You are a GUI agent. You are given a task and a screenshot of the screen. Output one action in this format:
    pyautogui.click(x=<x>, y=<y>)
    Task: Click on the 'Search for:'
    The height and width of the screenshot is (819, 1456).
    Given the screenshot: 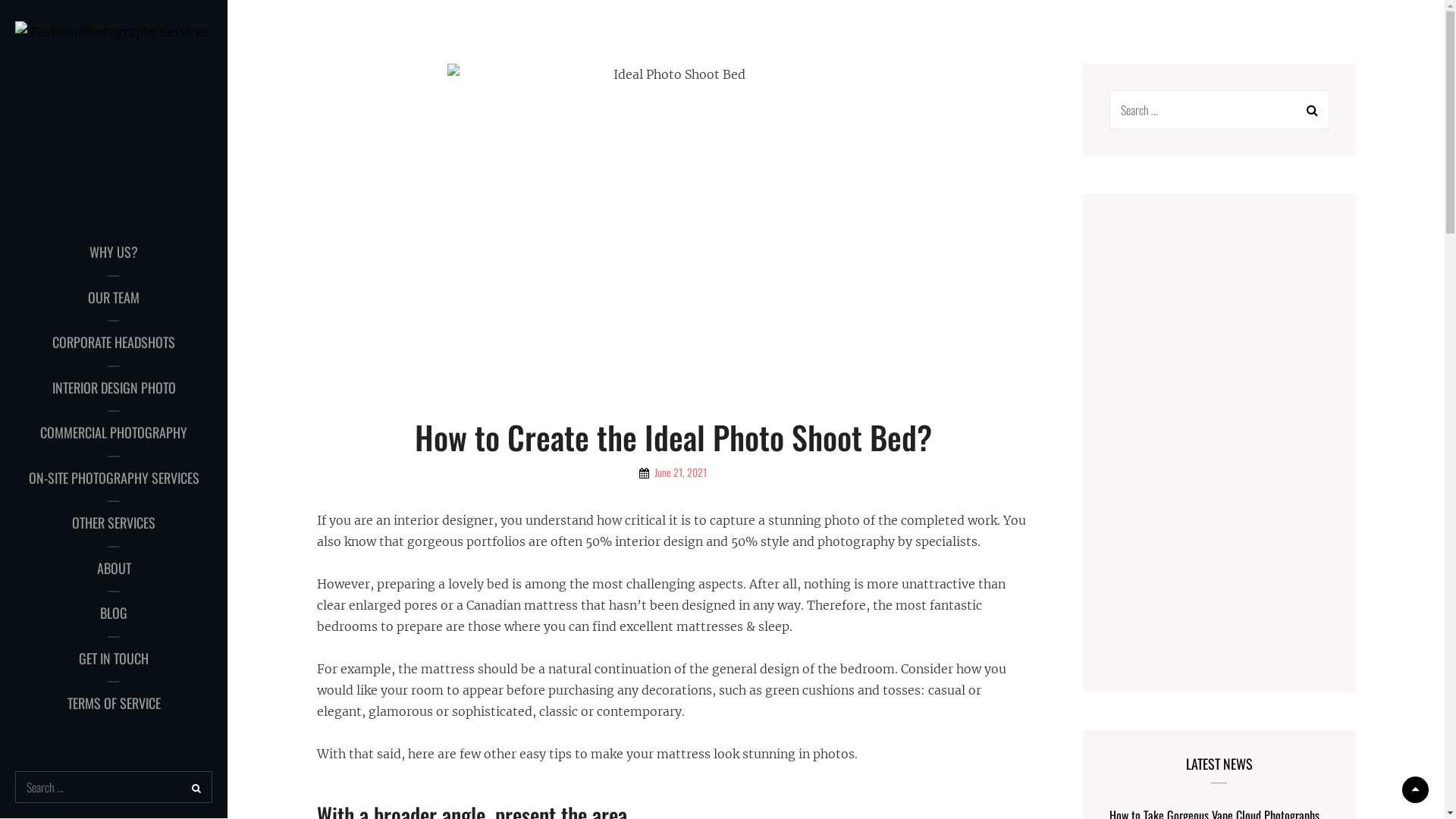 What is the action you would take?
    pyautogui.click(x=1219, y=109)
    